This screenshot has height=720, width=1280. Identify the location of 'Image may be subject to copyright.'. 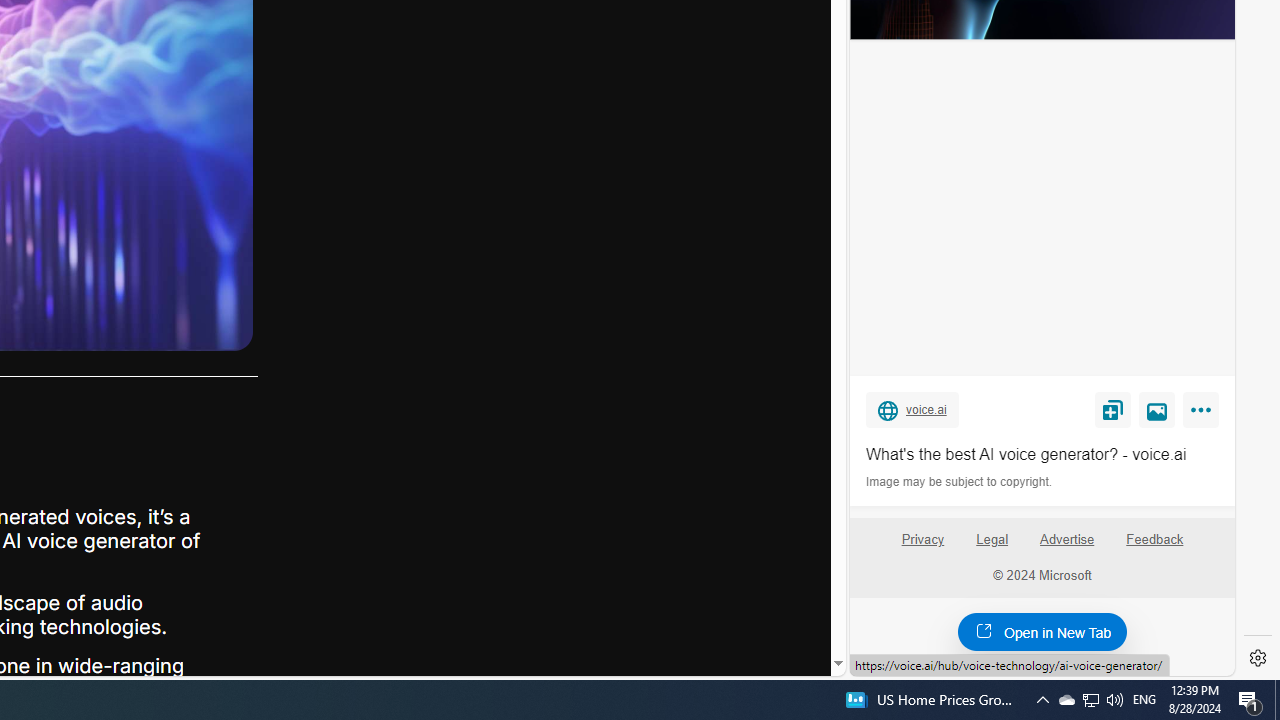
(960, 482).